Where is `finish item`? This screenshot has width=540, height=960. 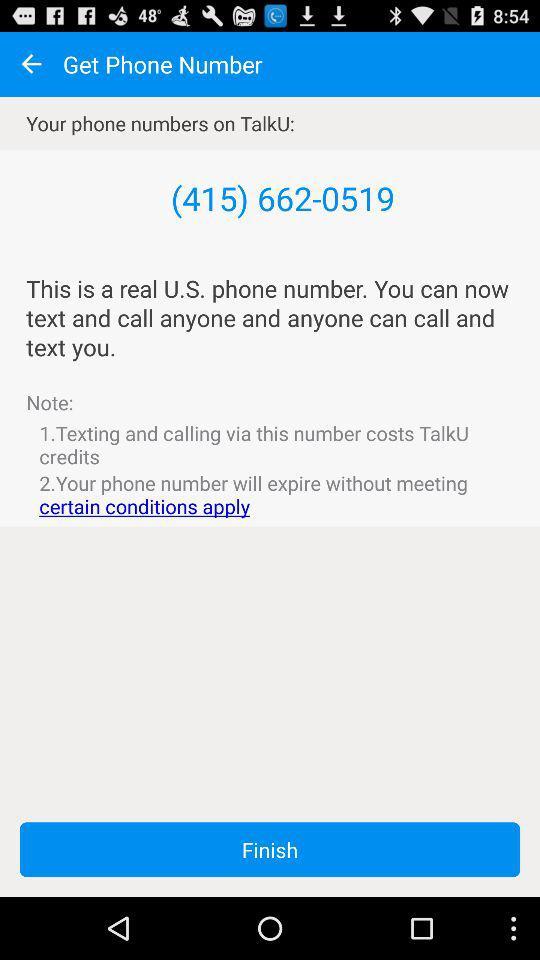 finish item is located at coordinates (270, 848).